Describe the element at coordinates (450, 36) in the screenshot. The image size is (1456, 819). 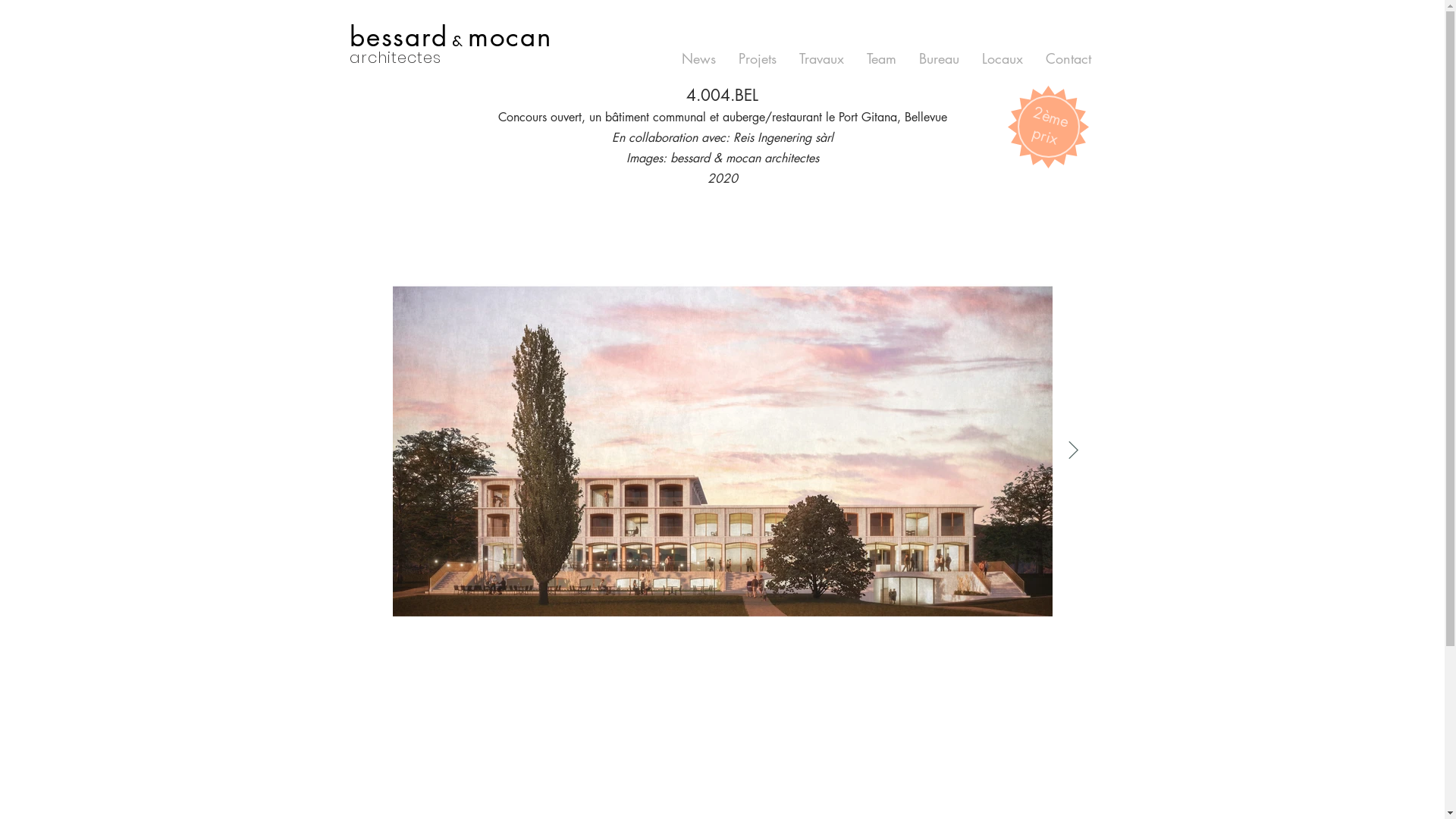
I see `'bessard & mocan'` at that location.